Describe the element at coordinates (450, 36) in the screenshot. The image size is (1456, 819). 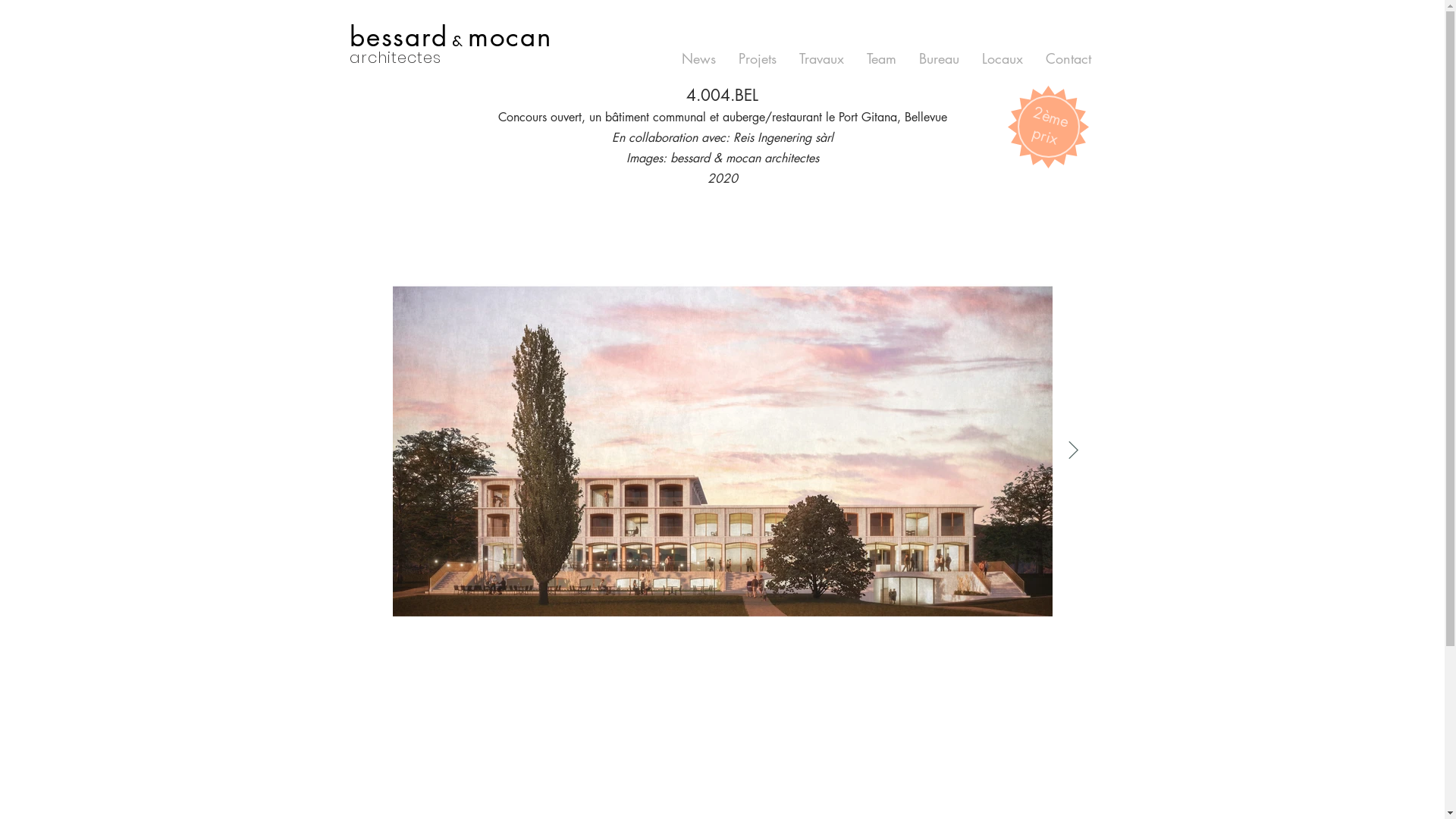
I see `'bessard & mocan'` at that location.